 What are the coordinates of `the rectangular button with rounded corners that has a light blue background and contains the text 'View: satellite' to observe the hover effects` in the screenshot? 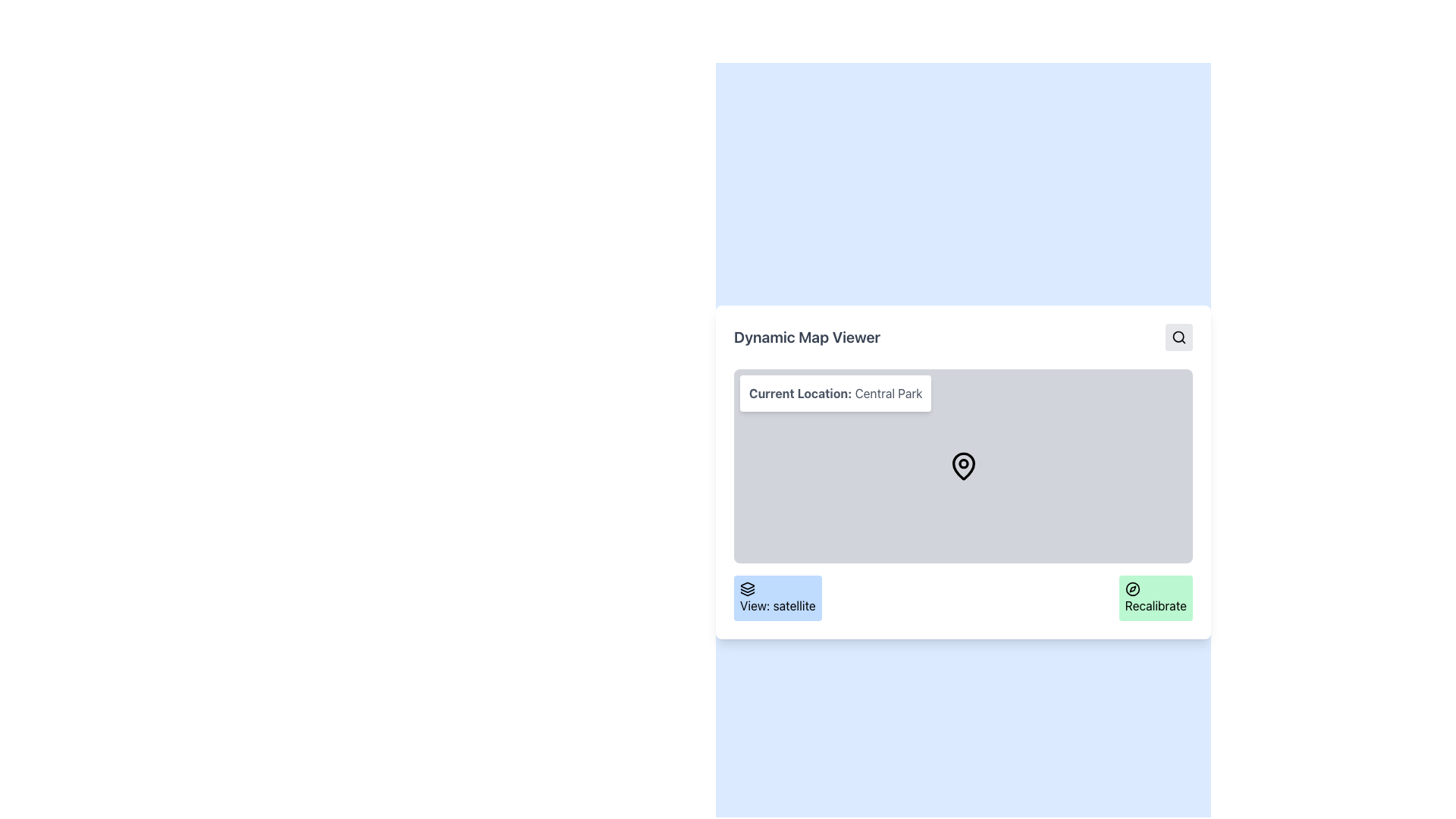 It's located at (777, 598).